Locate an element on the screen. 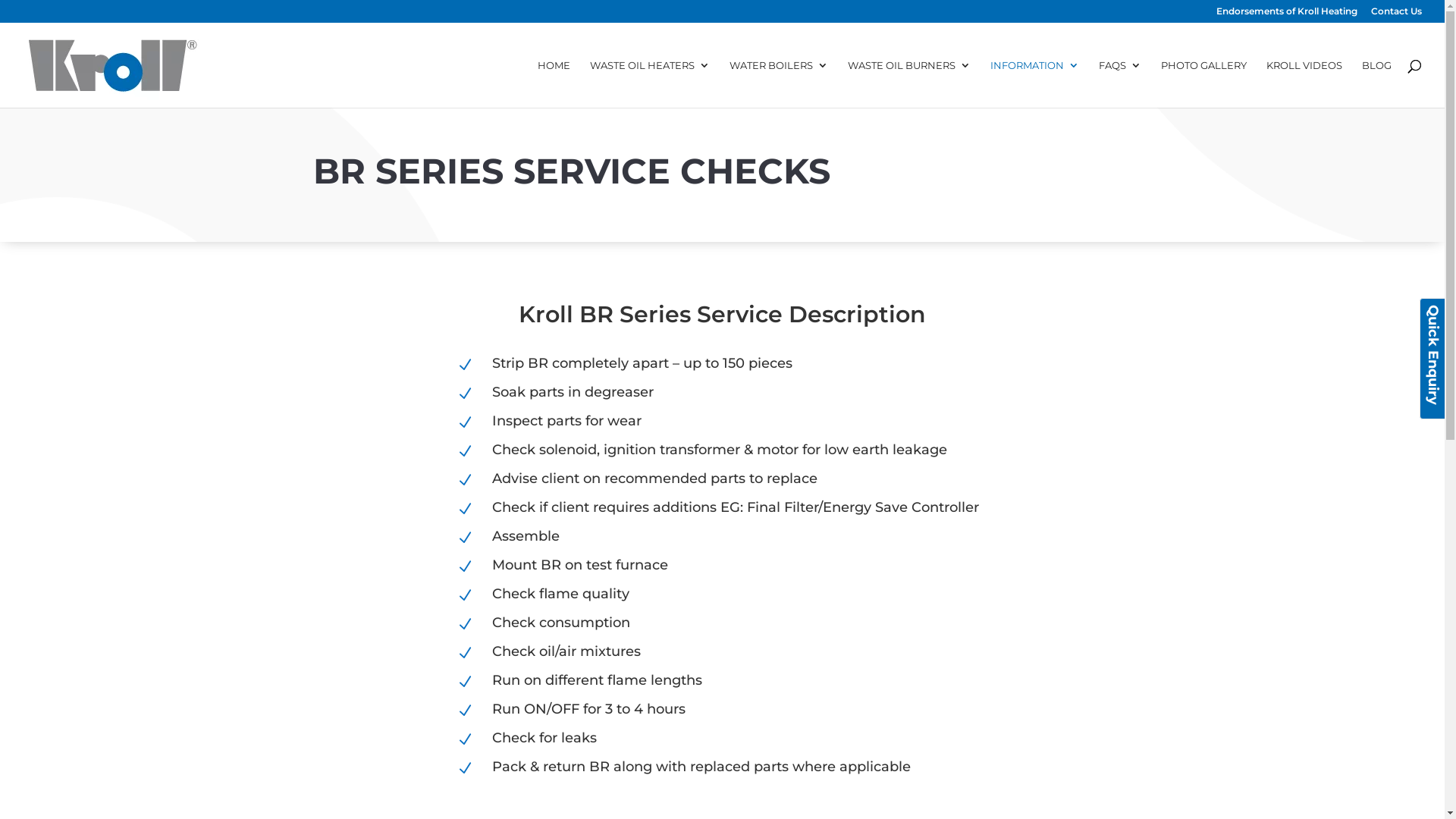 The width and height of the screenshot is (1456, 819). 'WATER BOILERS' is located at coordinates (779, 83).